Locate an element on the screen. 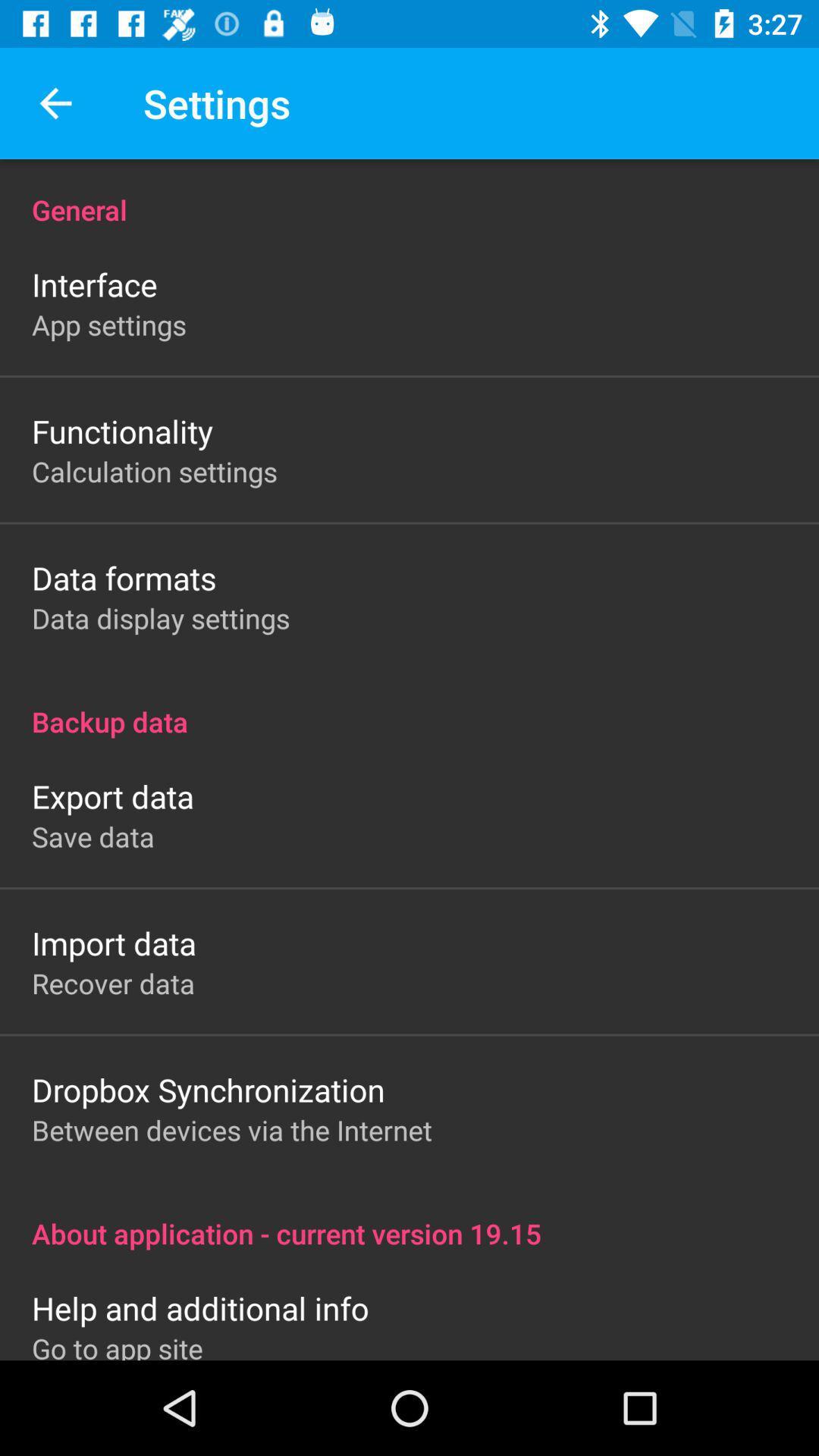  the general icon is located at coordinates (409, 193).